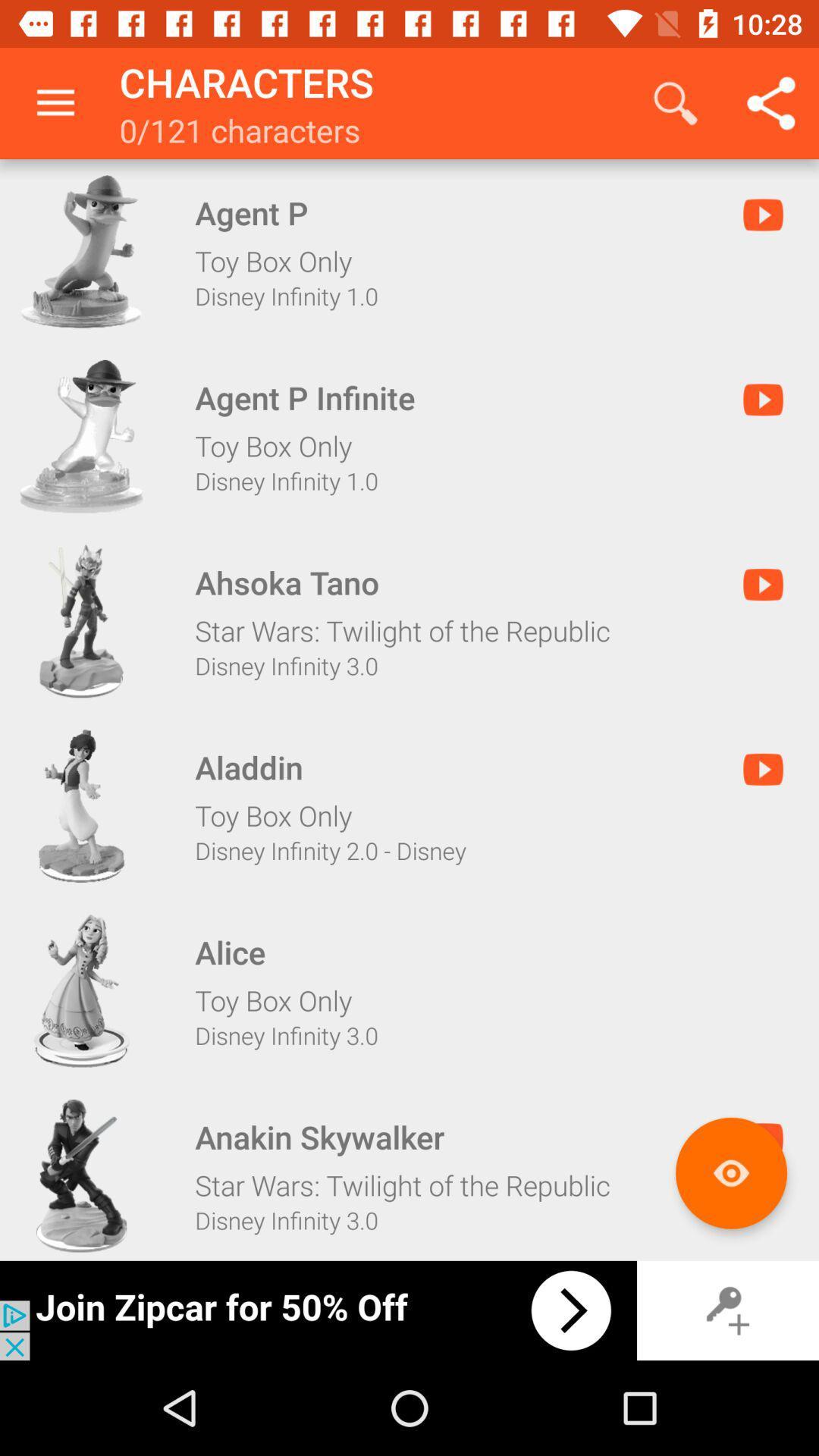 This screenshot has height=1456, width=819. I want to click on log keys, so click(727, 1310).